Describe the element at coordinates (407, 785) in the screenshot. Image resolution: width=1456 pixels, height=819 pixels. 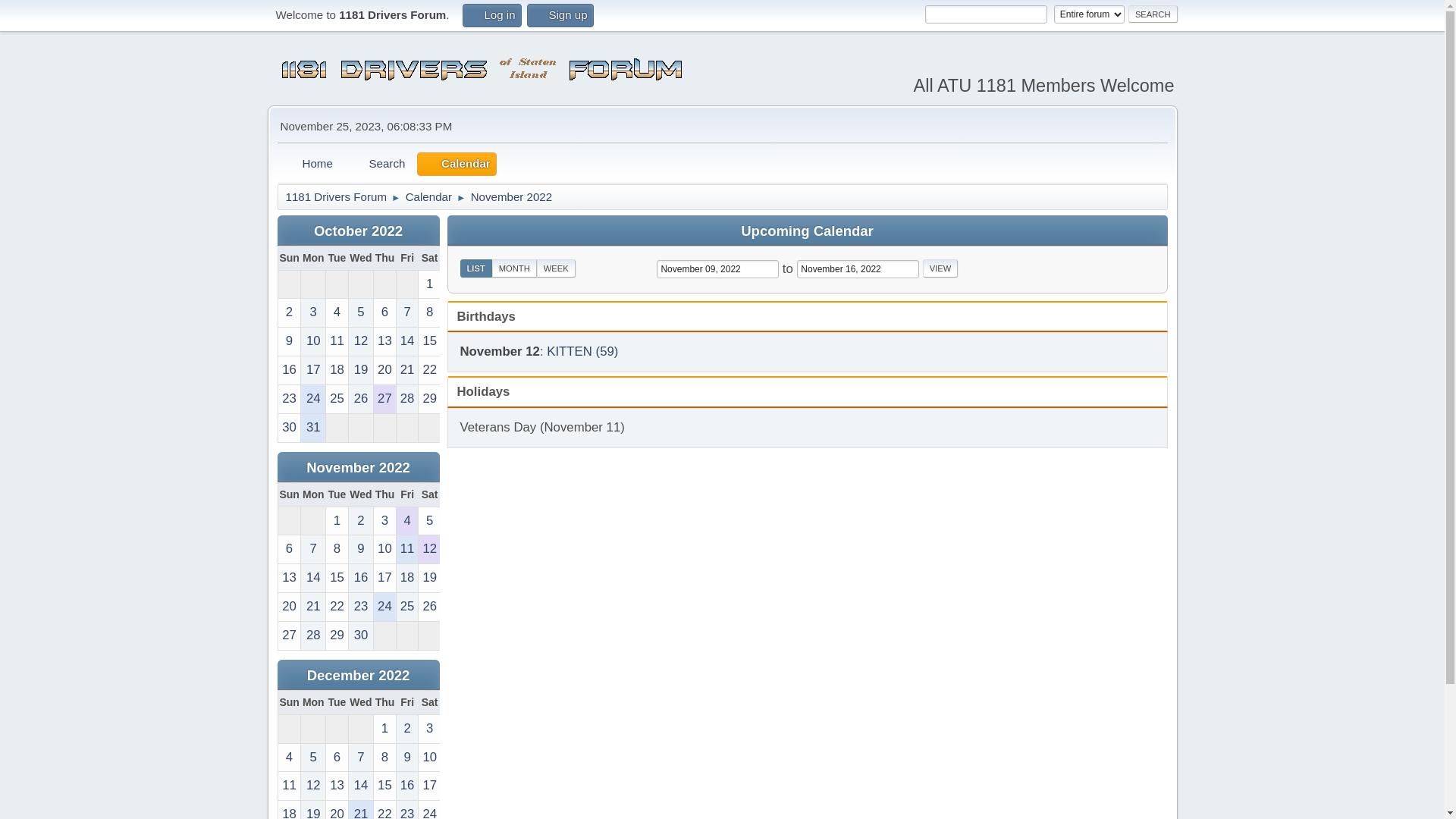
I see `'16'` at that location.